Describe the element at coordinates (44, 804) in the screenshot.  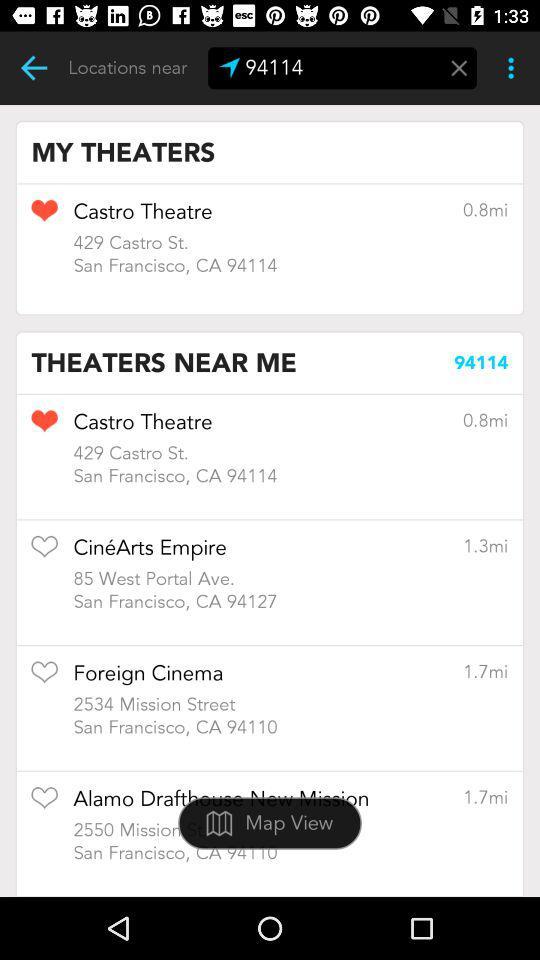
I see `like button` at that location.